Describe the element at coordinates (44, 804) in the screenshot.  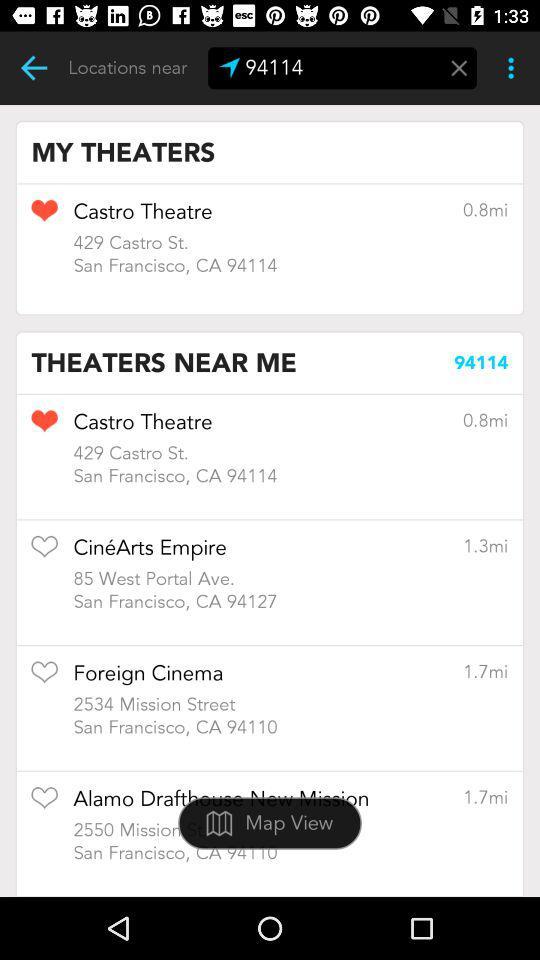
I see `like button` at that location.